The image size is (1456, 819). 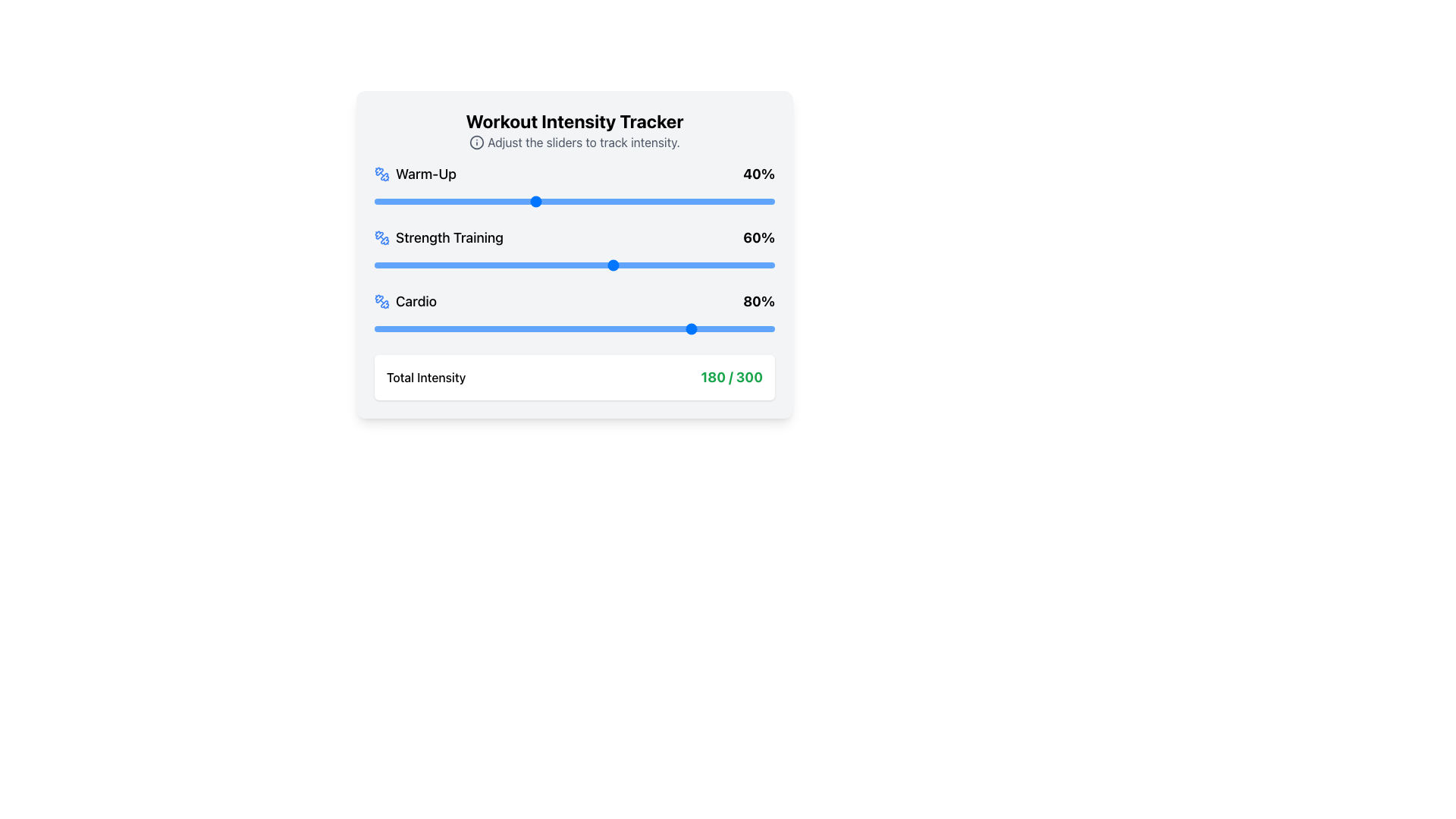 I want to click on the strength training intensity, so click(x=469, y=265).